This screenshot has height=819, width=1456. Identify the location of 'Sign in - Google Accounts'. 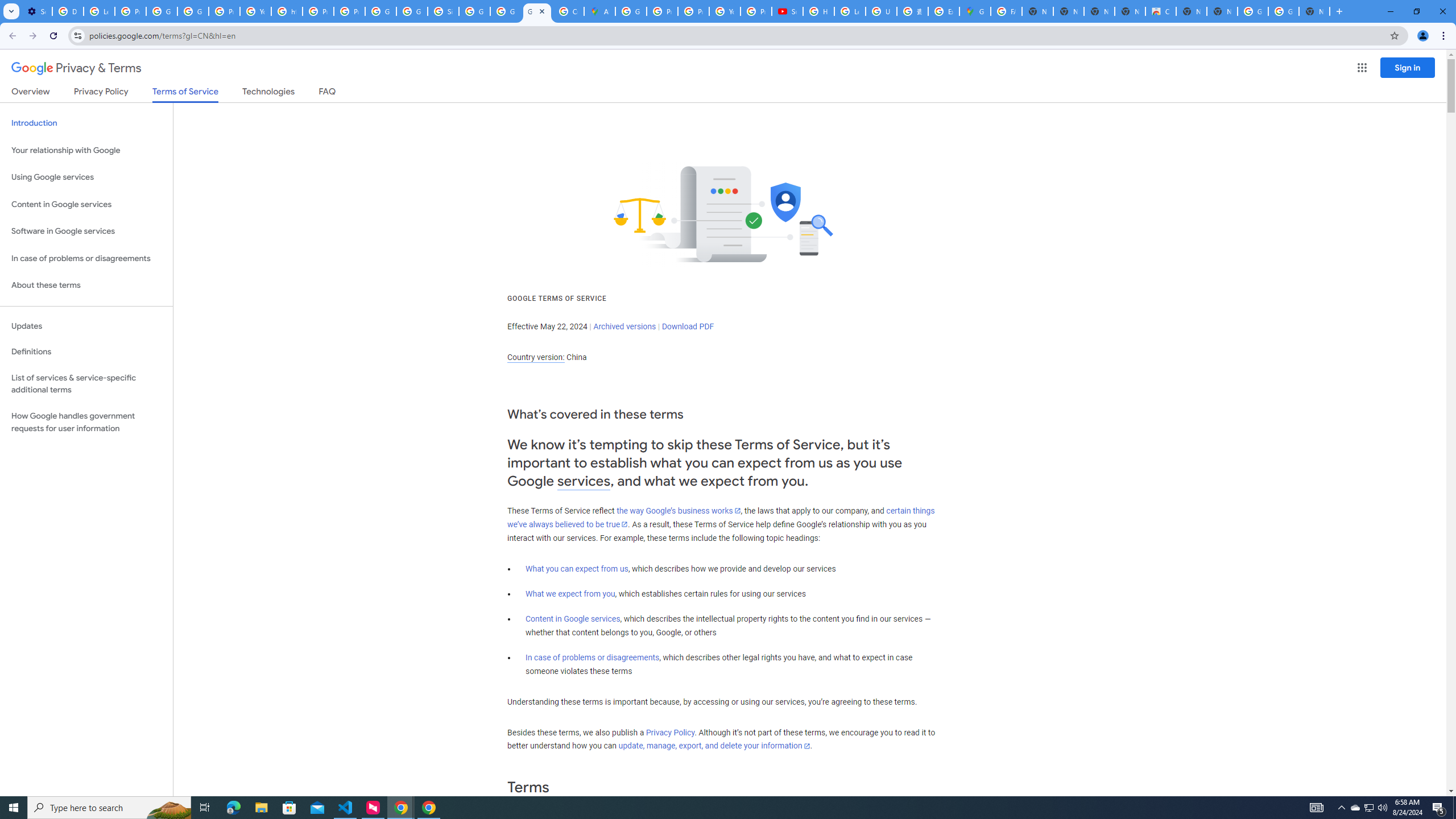
(442, 11).